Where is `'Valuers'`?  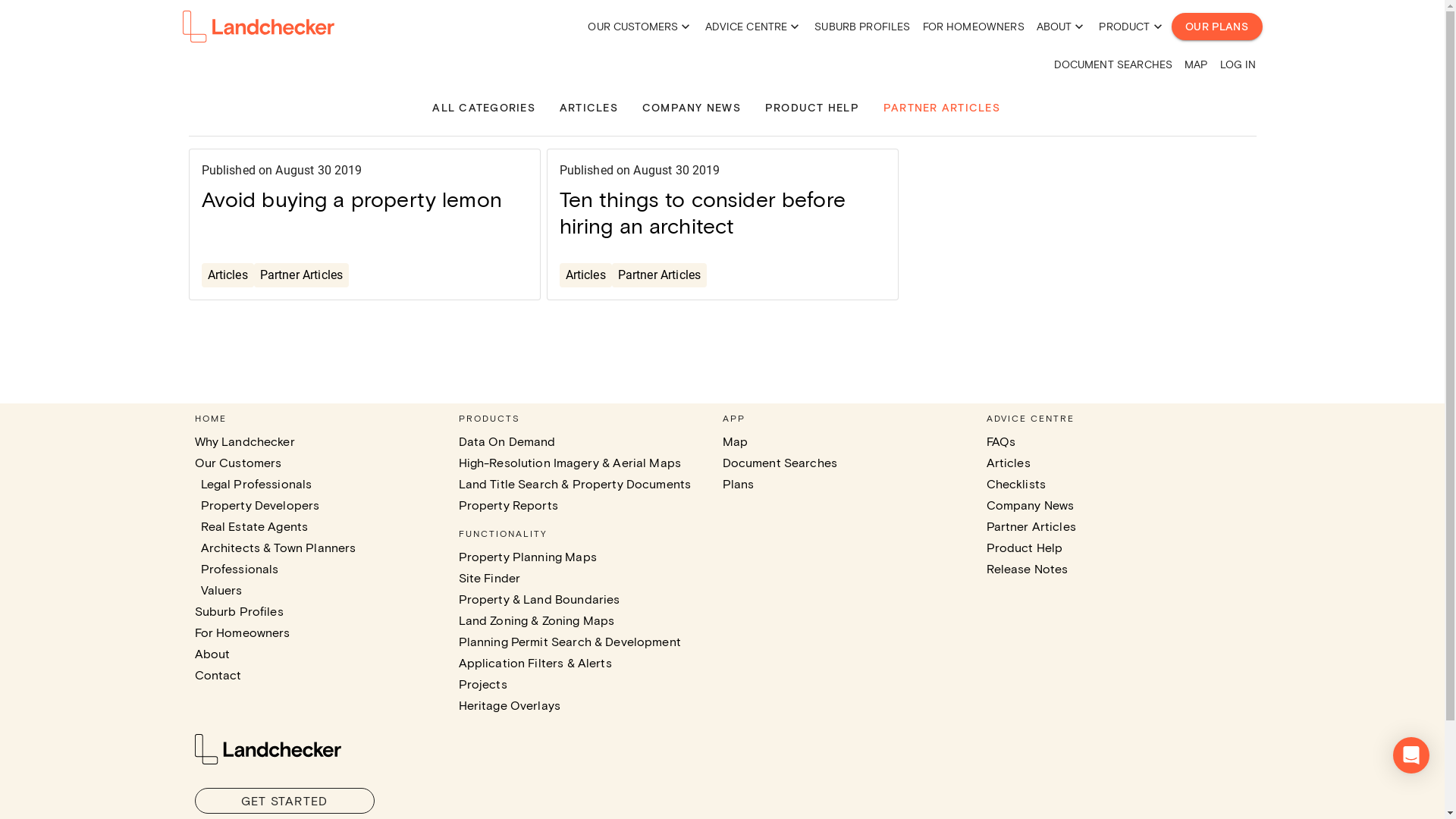 'Valuers' is located at coordinates (220, 589).